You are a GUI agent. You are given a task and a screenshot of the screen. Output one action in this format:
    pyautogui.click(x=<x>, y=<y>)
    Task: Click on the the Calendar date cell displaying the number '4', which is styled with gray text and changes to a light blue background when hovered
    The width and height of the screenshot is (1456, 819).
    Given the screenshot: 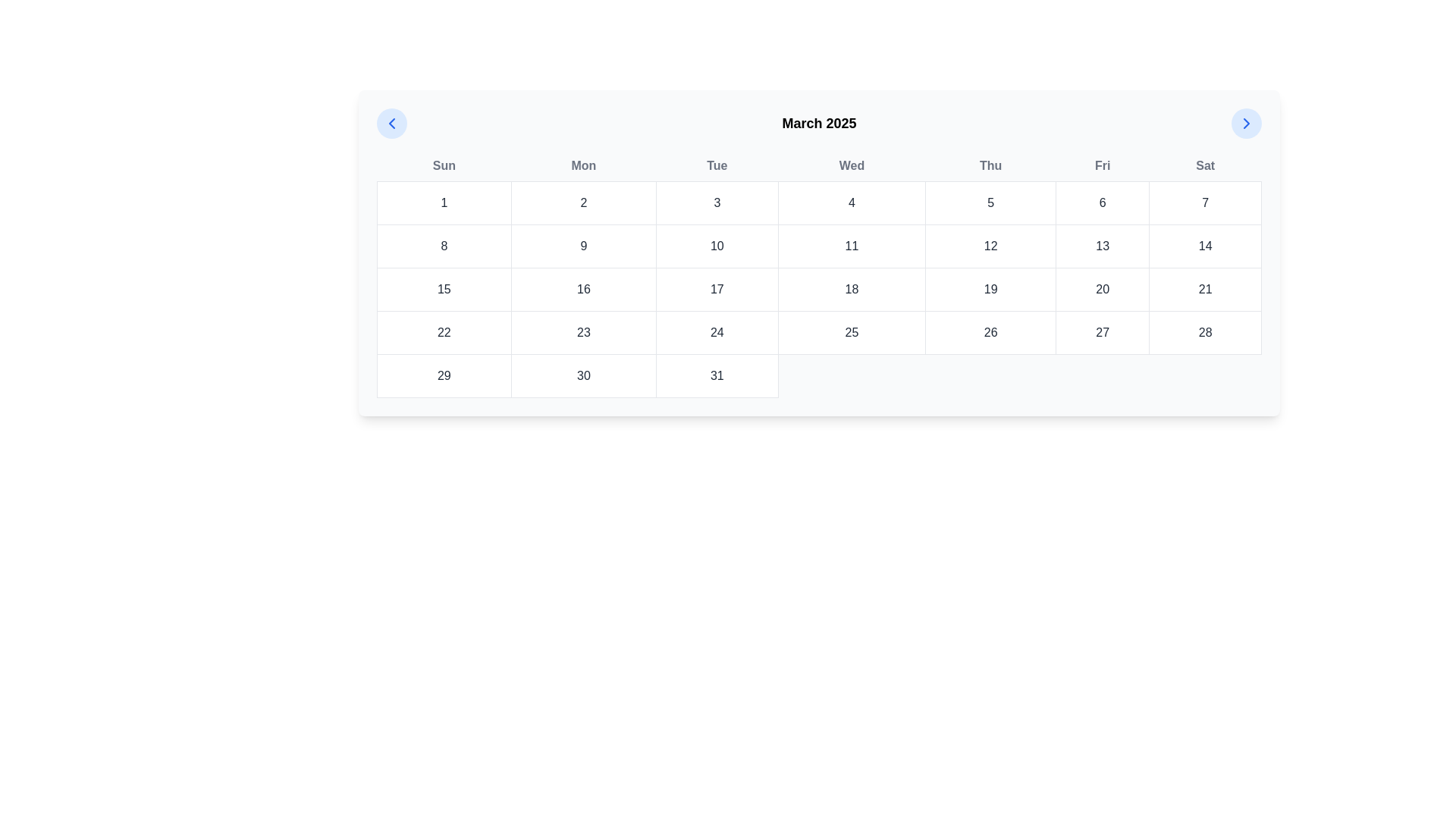 What is the action you would take?
    pyautogui.click(x=852, y=202)
    